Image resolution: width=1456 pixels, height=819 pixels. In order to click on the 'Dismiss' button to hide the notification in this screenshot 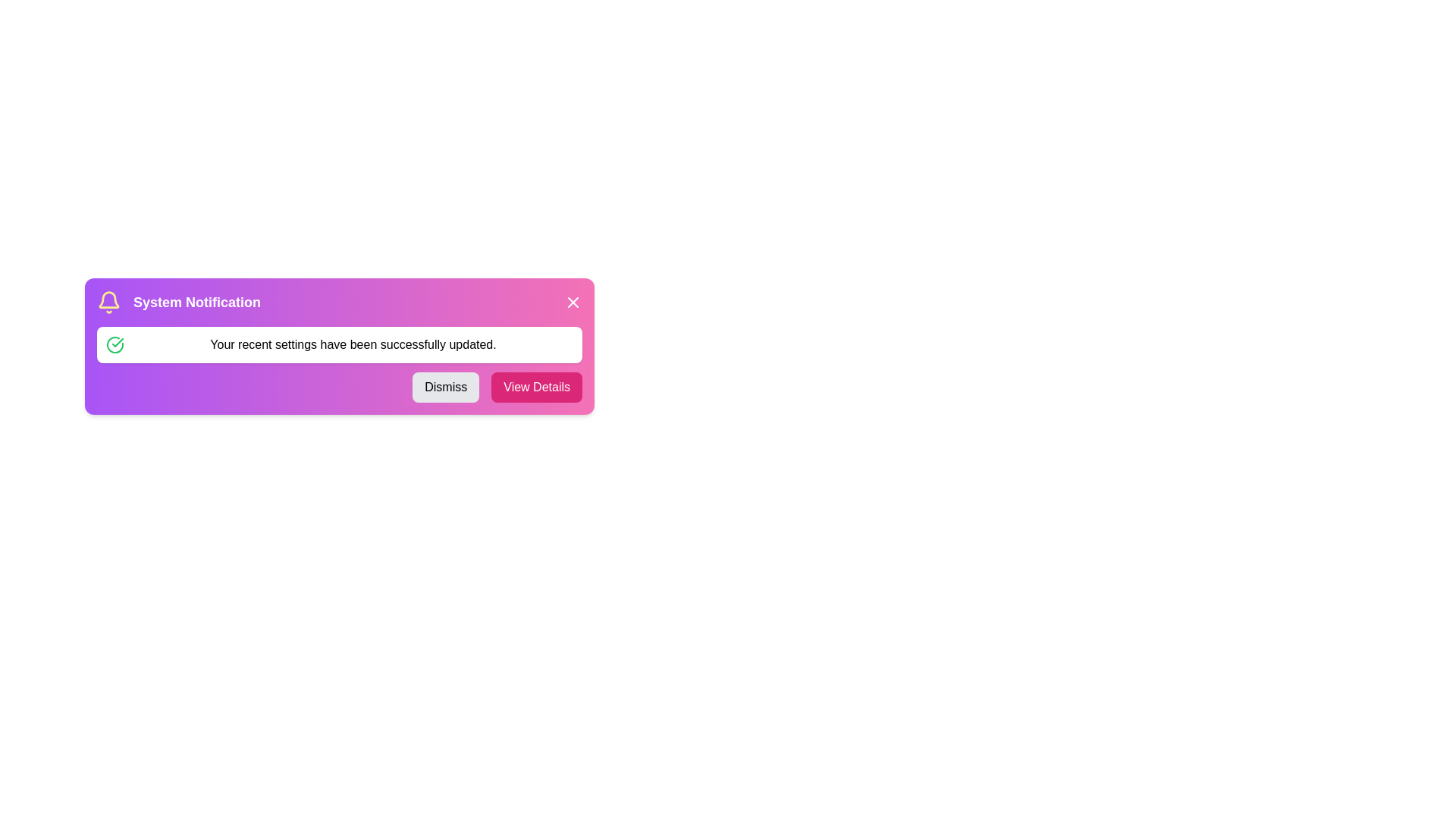, I will do `click(445, 386)`.